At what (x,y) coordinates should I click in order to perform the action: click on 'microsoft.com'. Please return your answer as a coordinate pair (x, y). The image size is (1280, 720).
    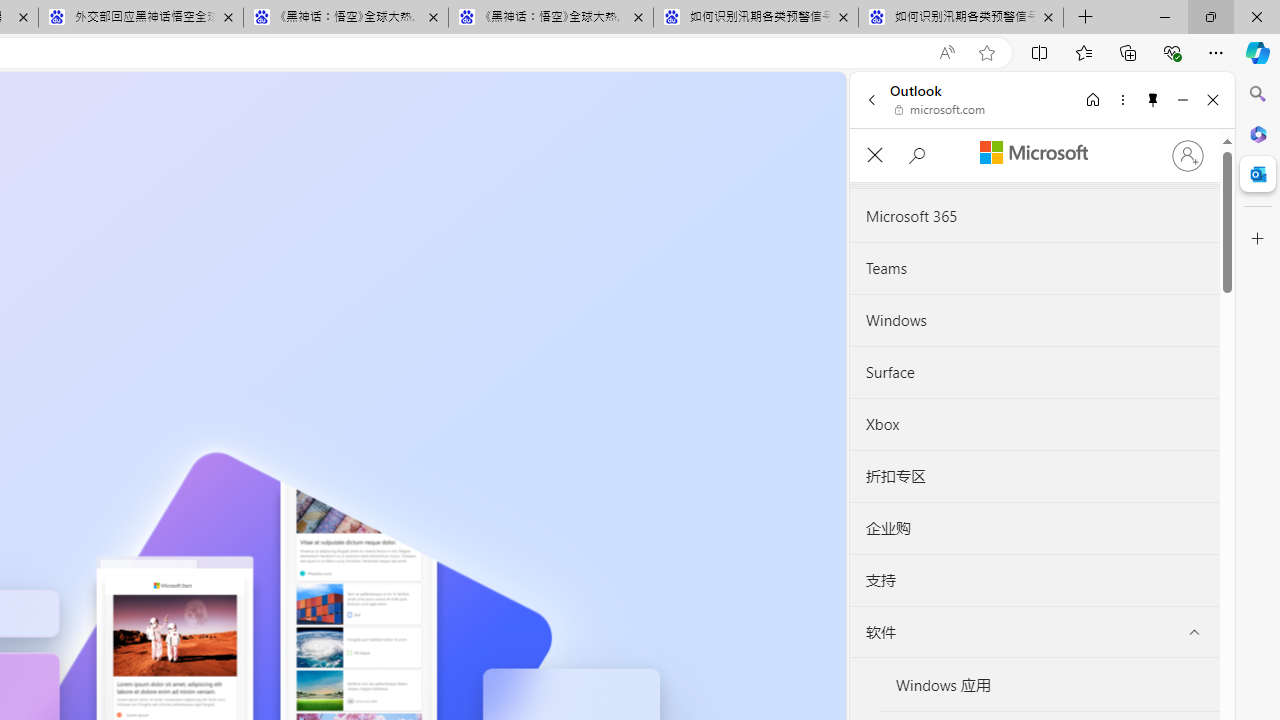
    Looking at the image, I should click on (939, 110).